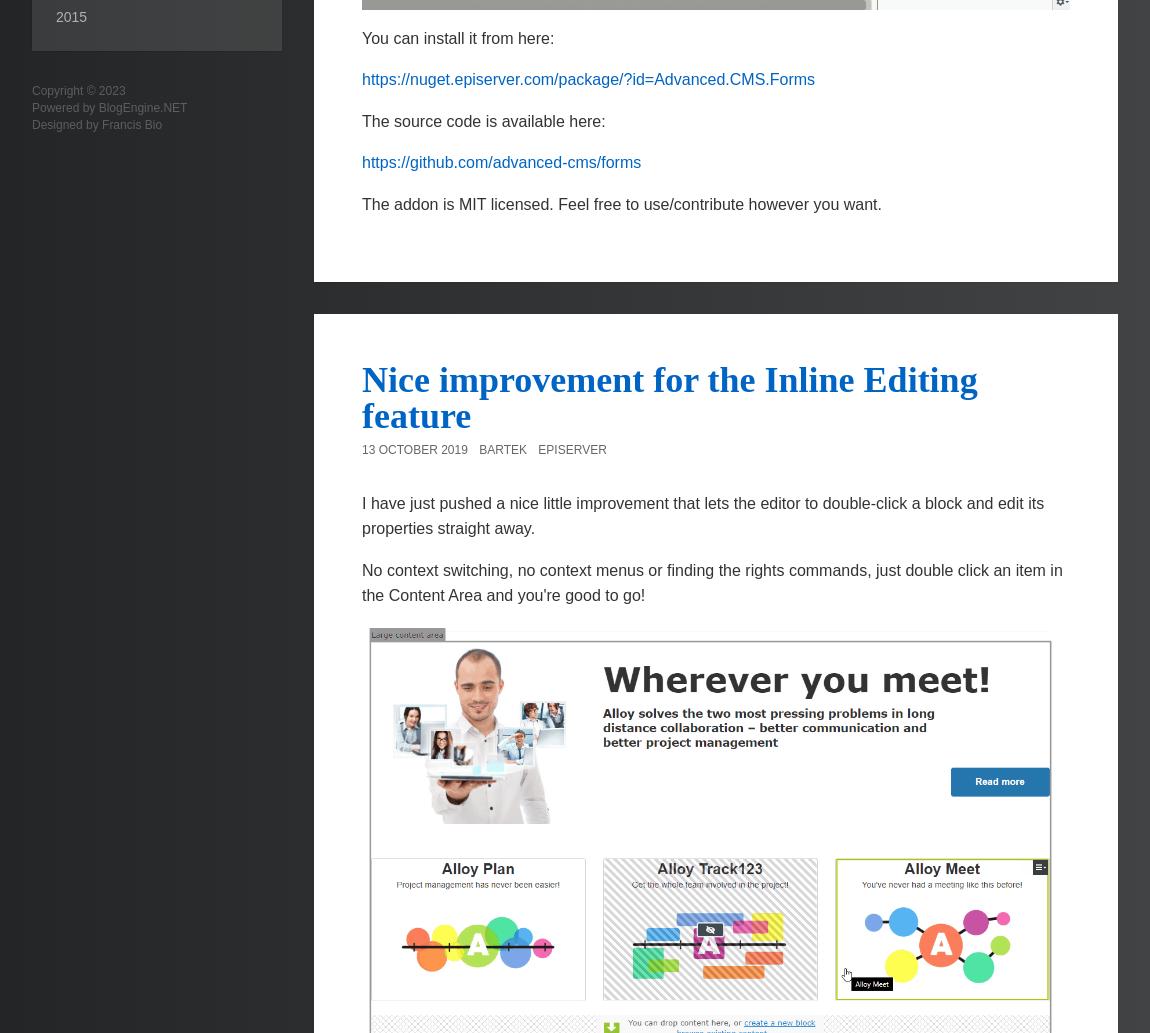 This screenshot has width=1150, height=1033. I want to click on 'Designed by', so click(66, 123).